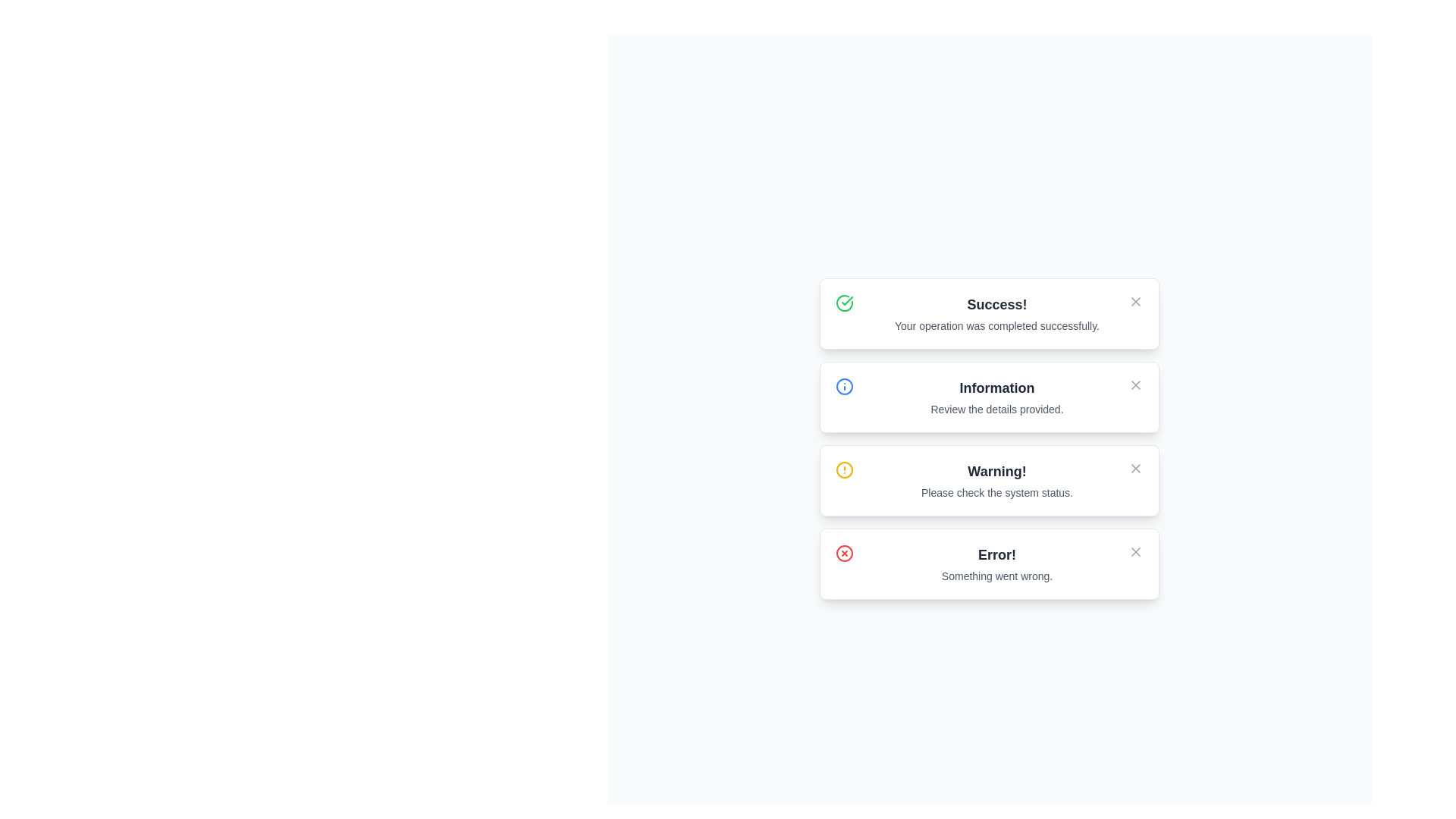 The image size is (1456, 819). What do you see at coordinates (1135, 301) in the screenshot?
I see `the button located in the top-right corner of the notification card` at bounding box center [1135, 301].